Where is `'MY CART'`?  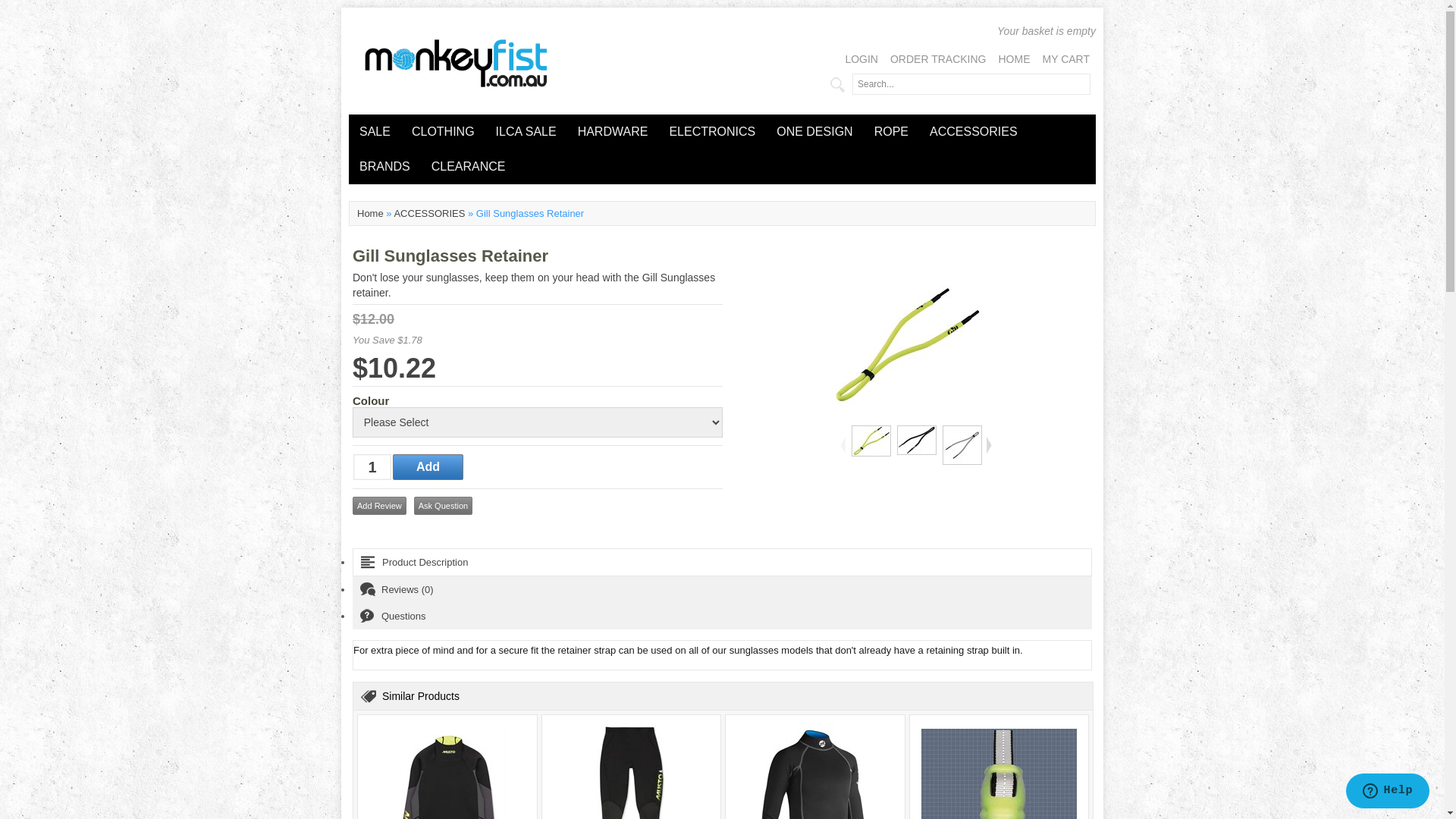 'MY CART' is located at coordinates (1035, 58).